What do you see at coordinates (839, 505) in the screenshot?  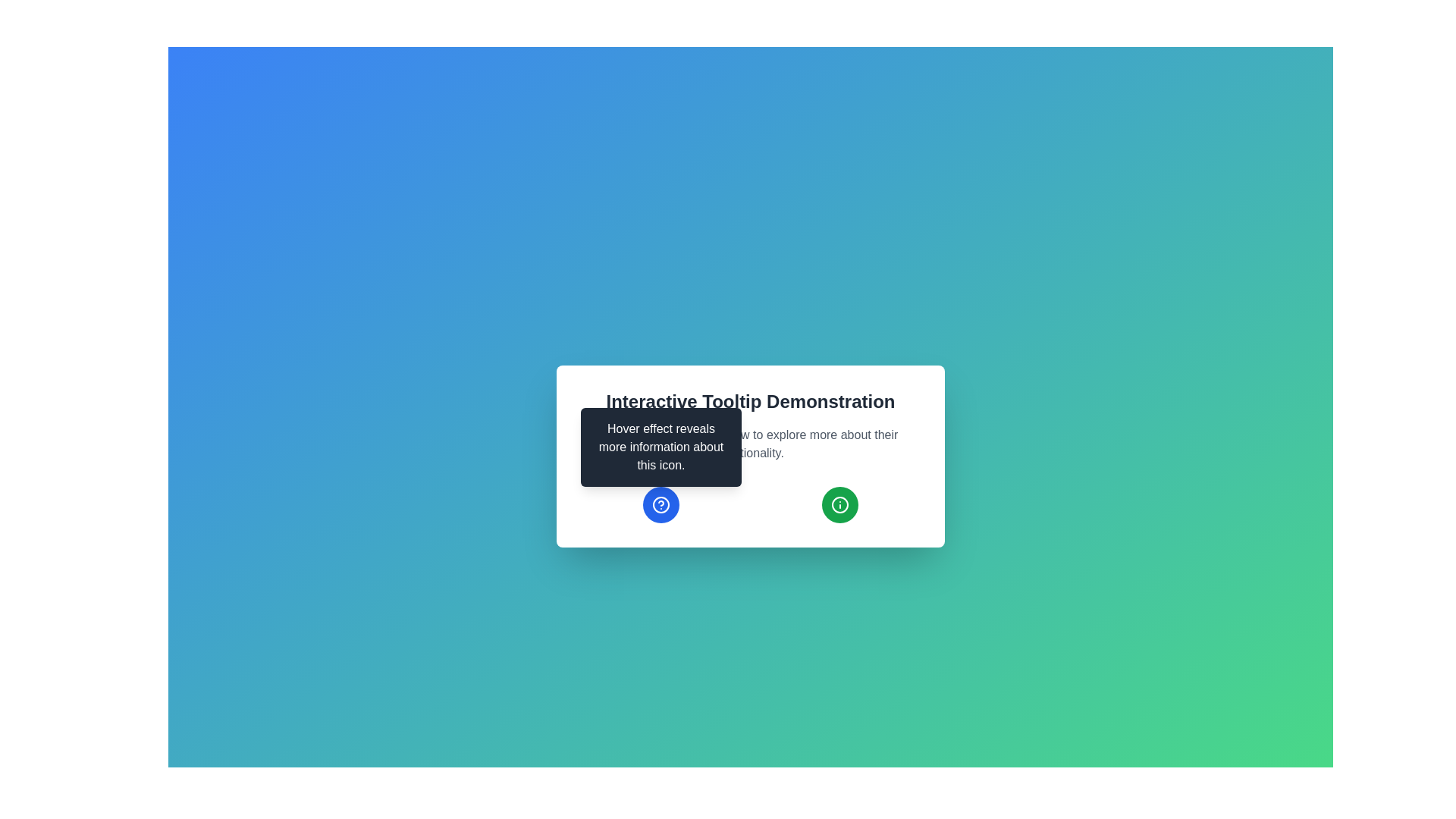 I see `the circular button with a green background and an informational icon at its center for accessibility purposes` at bounding box center [839, 505].